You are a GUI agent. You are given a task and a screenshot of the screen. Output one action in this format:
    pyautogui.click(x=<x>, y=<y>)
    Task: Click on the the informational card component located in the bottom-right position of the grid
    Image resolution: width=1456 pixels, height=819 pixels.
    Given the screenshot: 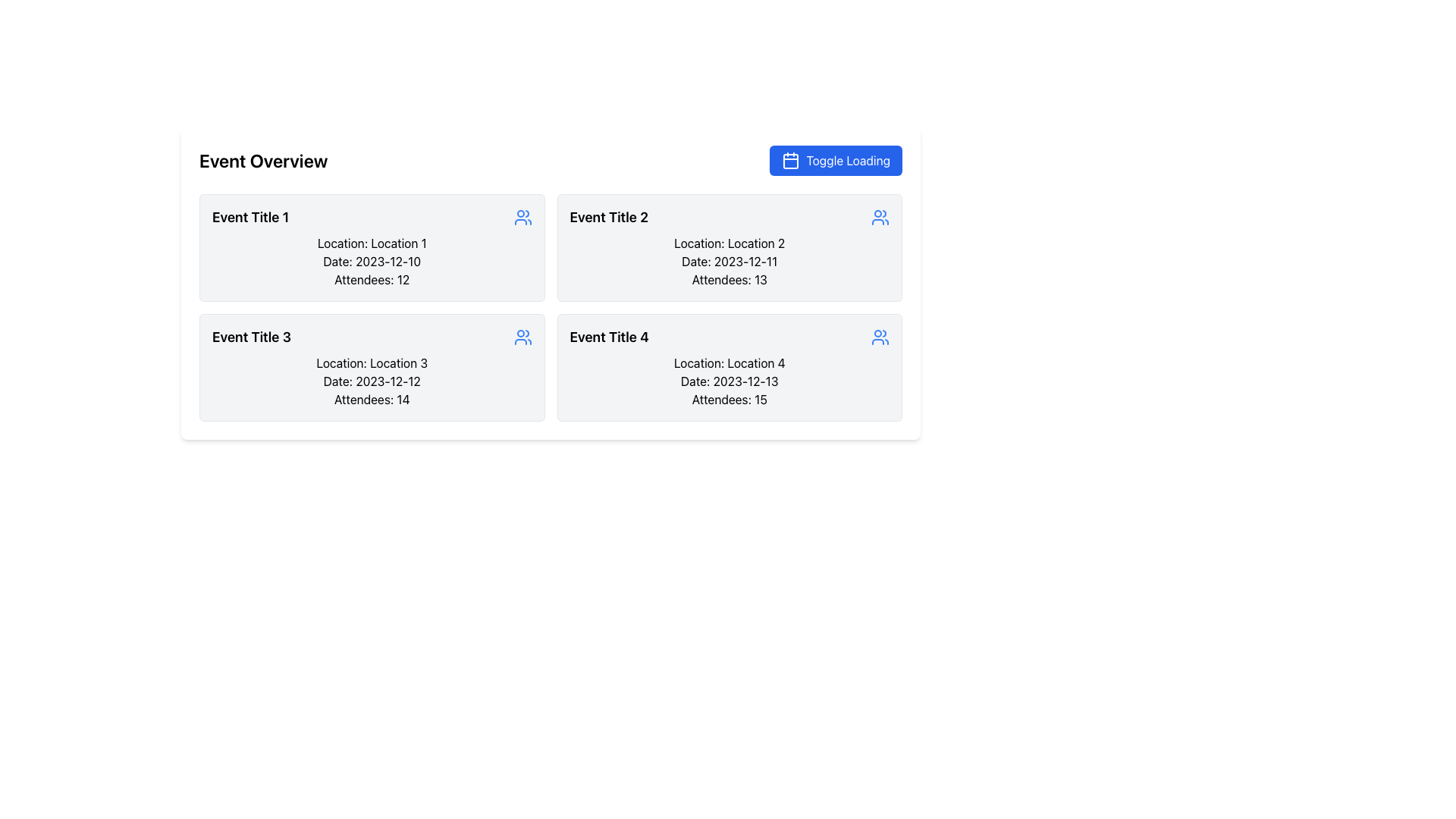 What is the action you would take?
    pyautogui.click(x=730, y=368)
    